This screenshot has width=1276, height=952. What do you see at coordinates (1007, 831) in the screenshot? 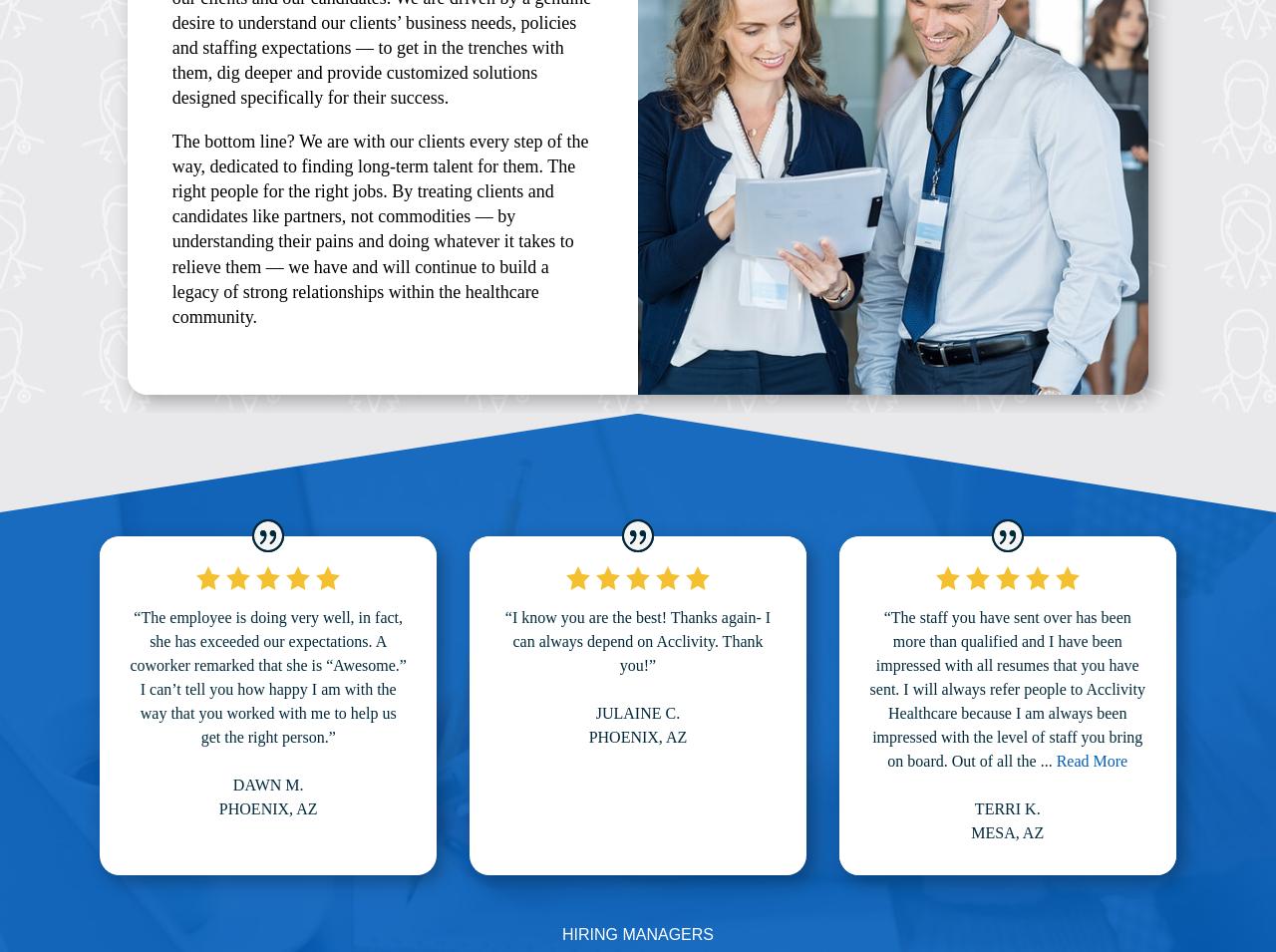
I see `'Mesa, AZ'` at bounding box center [1007, 831].